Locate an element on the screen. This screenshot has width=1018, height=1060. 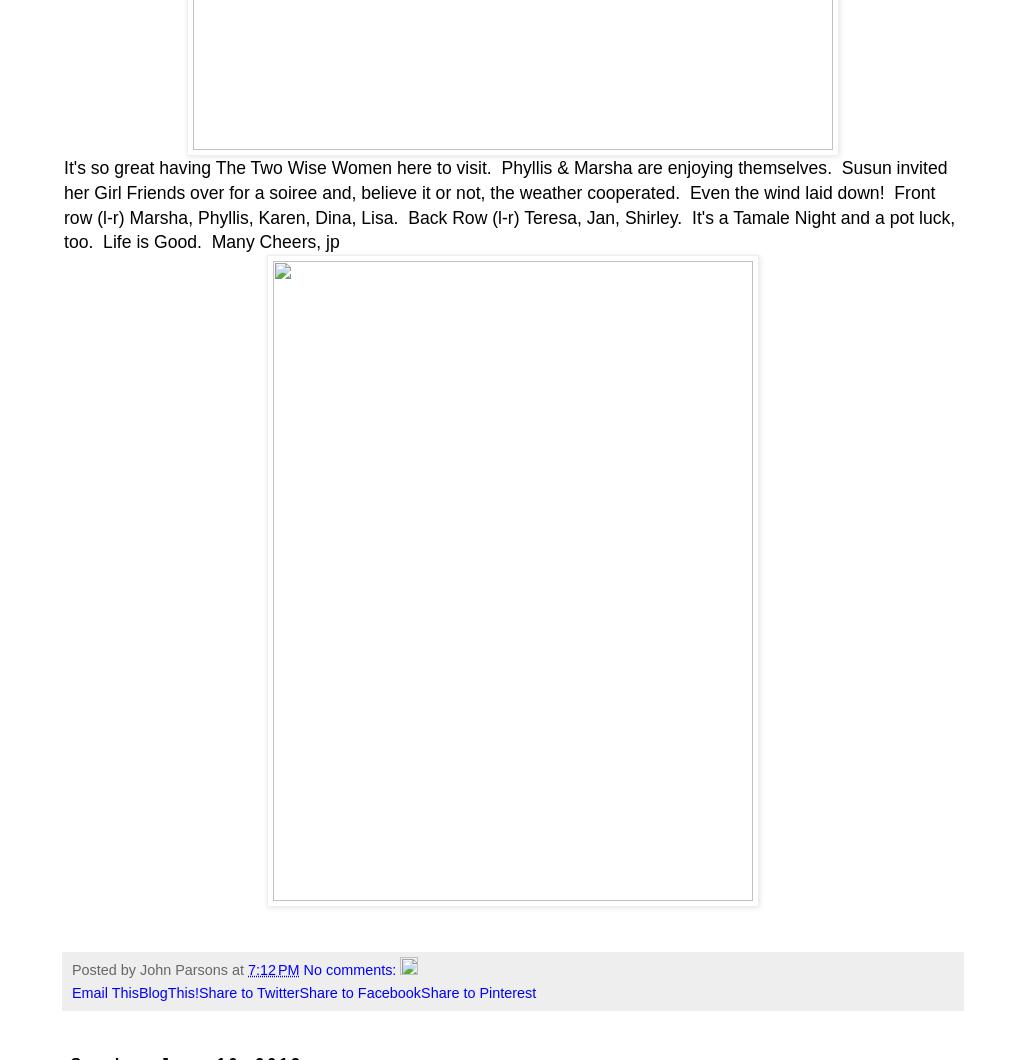
'at' is located at coordinates (239, 969).